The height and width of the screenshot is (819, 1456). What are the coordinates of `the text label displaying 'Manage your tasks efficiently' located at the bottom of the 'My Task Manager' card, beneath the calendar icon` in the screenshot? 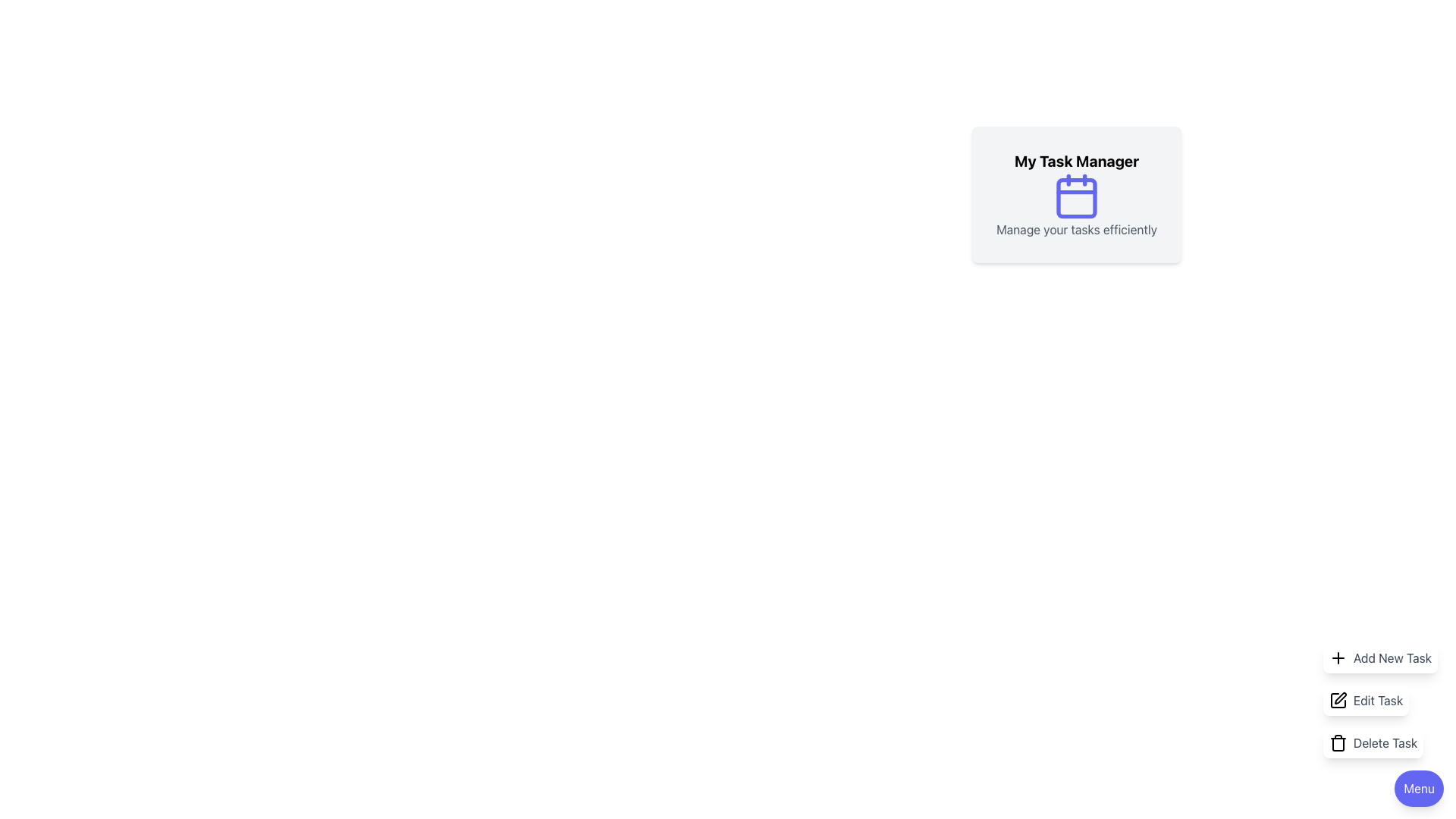 It's located at (1076, 230).